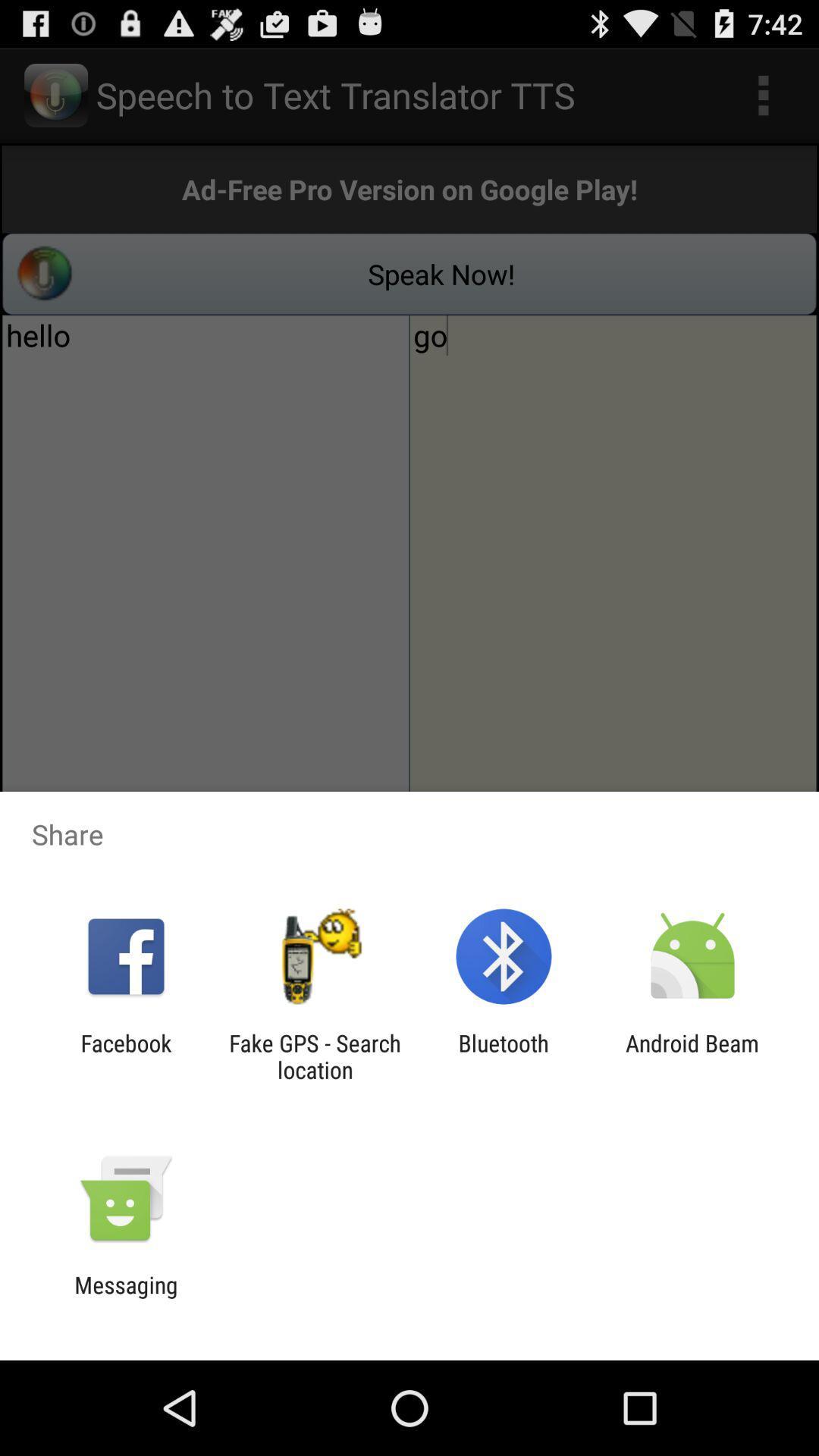 The image size is (819, 1456). Describe the element at coordinates (504, 1056) in the screenshot. I see `icon next to fake gps search item` at that location.